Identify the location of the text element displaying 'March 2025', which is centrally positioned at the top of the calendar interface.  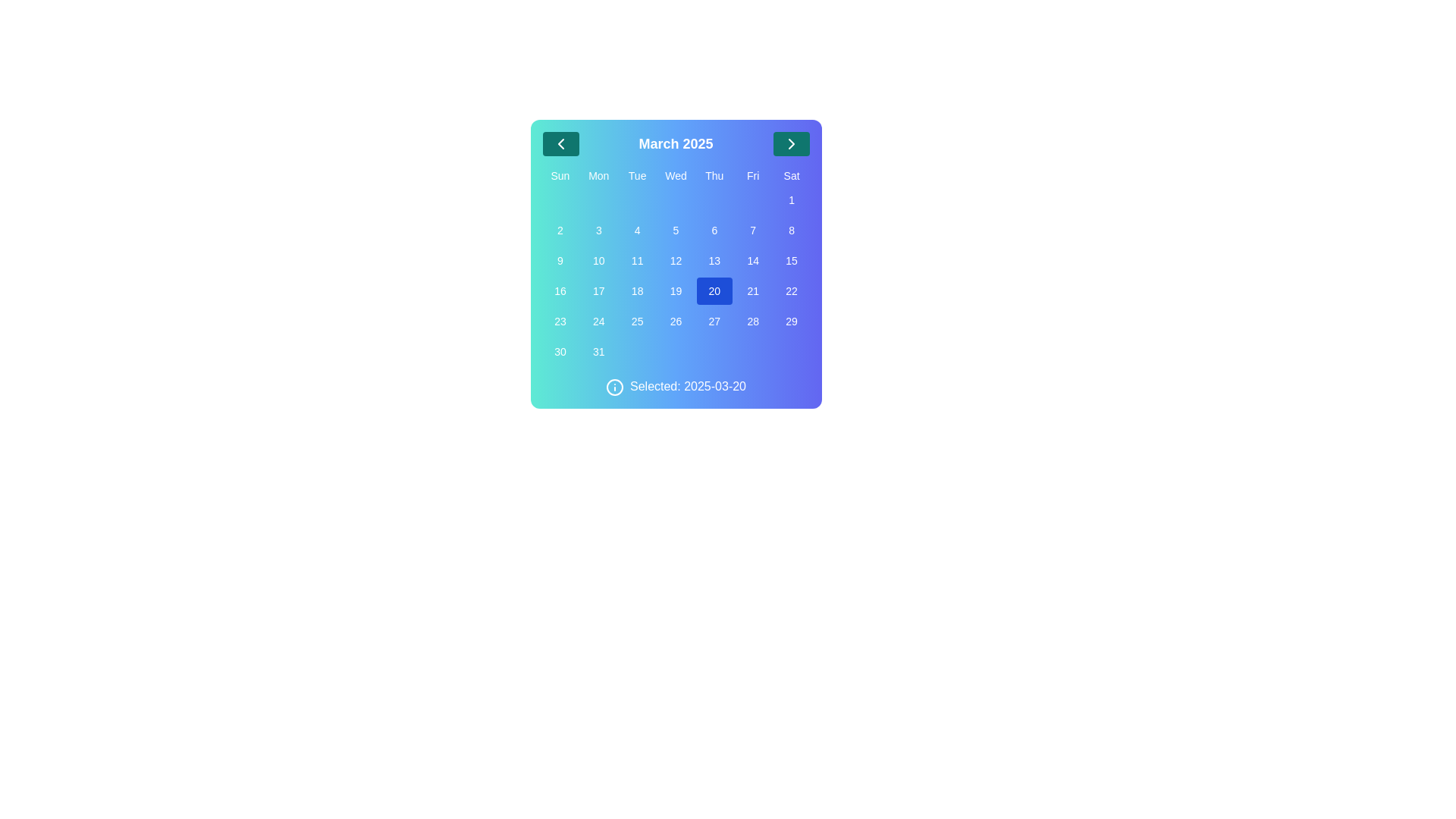
(675, 143).